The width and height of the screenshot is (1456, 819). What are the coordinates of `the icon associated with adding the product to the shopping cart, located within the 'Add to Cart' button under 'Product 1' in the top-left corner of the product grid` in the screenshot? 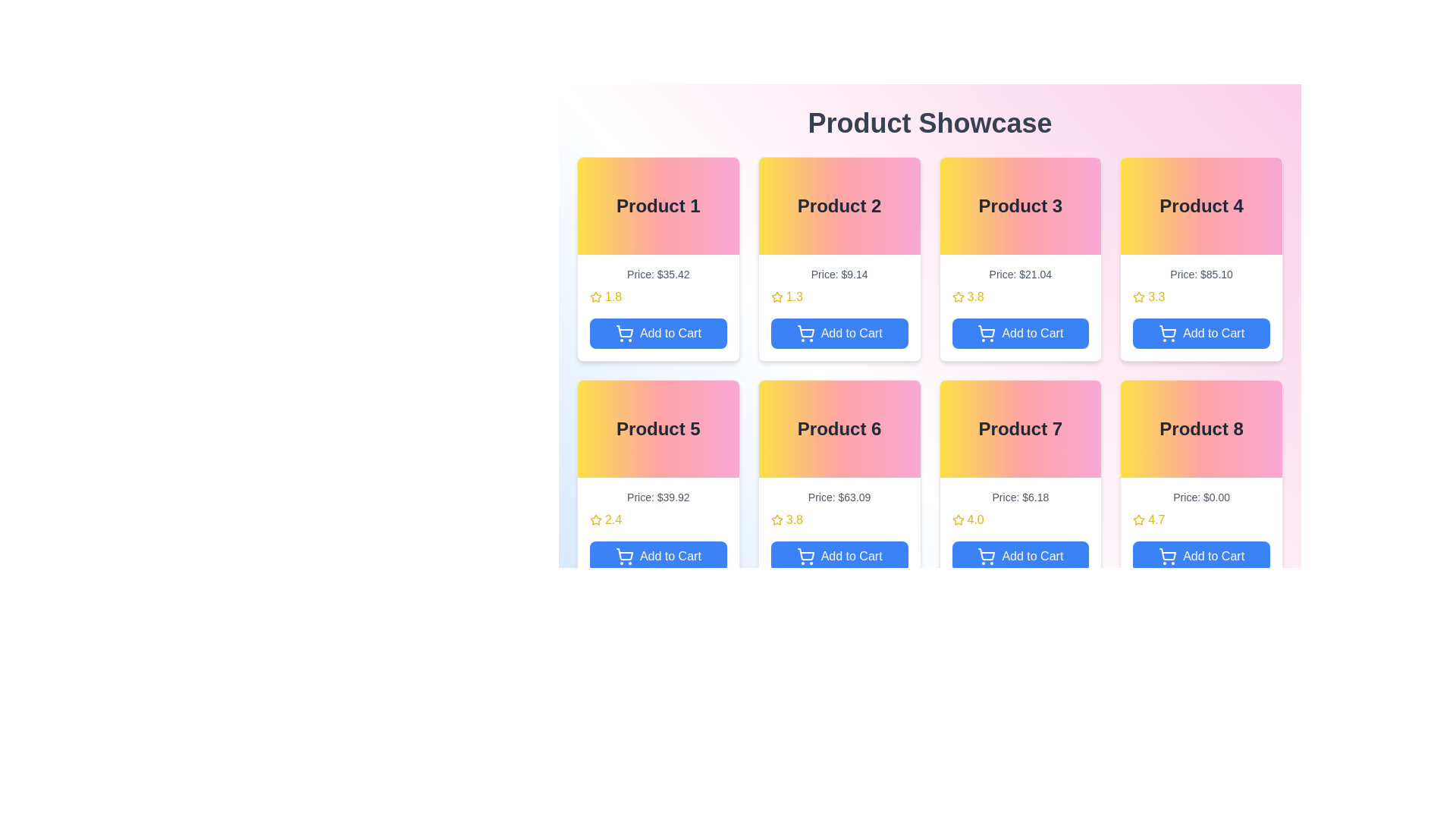 It's located at (625, 331).